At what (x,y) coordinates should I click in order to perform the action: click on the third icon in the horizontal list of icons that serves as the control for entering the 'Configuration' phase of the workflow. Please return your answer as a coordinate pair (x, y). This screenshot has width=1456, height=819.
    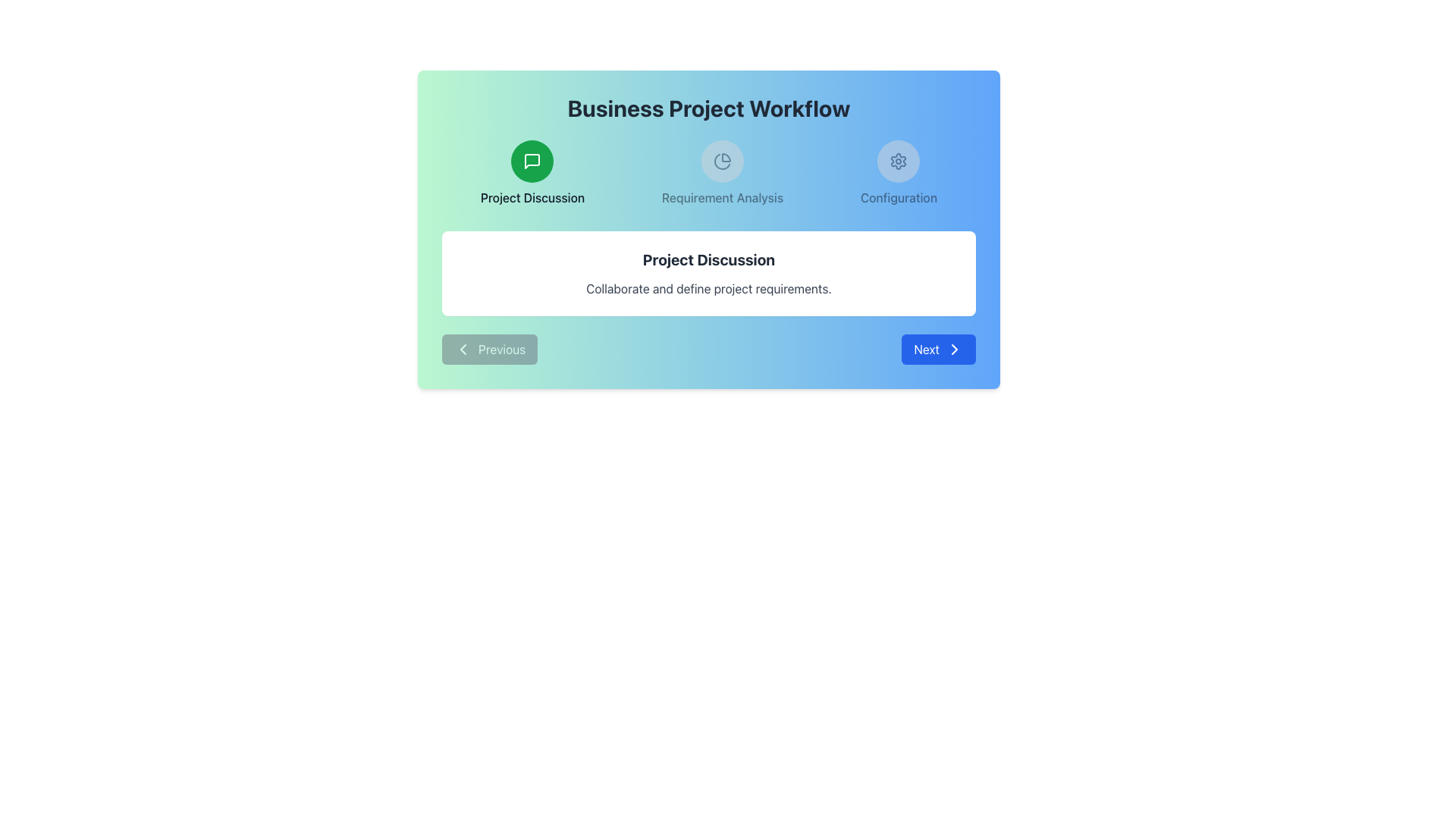
    Looking at the image, I should click on (899, 161).